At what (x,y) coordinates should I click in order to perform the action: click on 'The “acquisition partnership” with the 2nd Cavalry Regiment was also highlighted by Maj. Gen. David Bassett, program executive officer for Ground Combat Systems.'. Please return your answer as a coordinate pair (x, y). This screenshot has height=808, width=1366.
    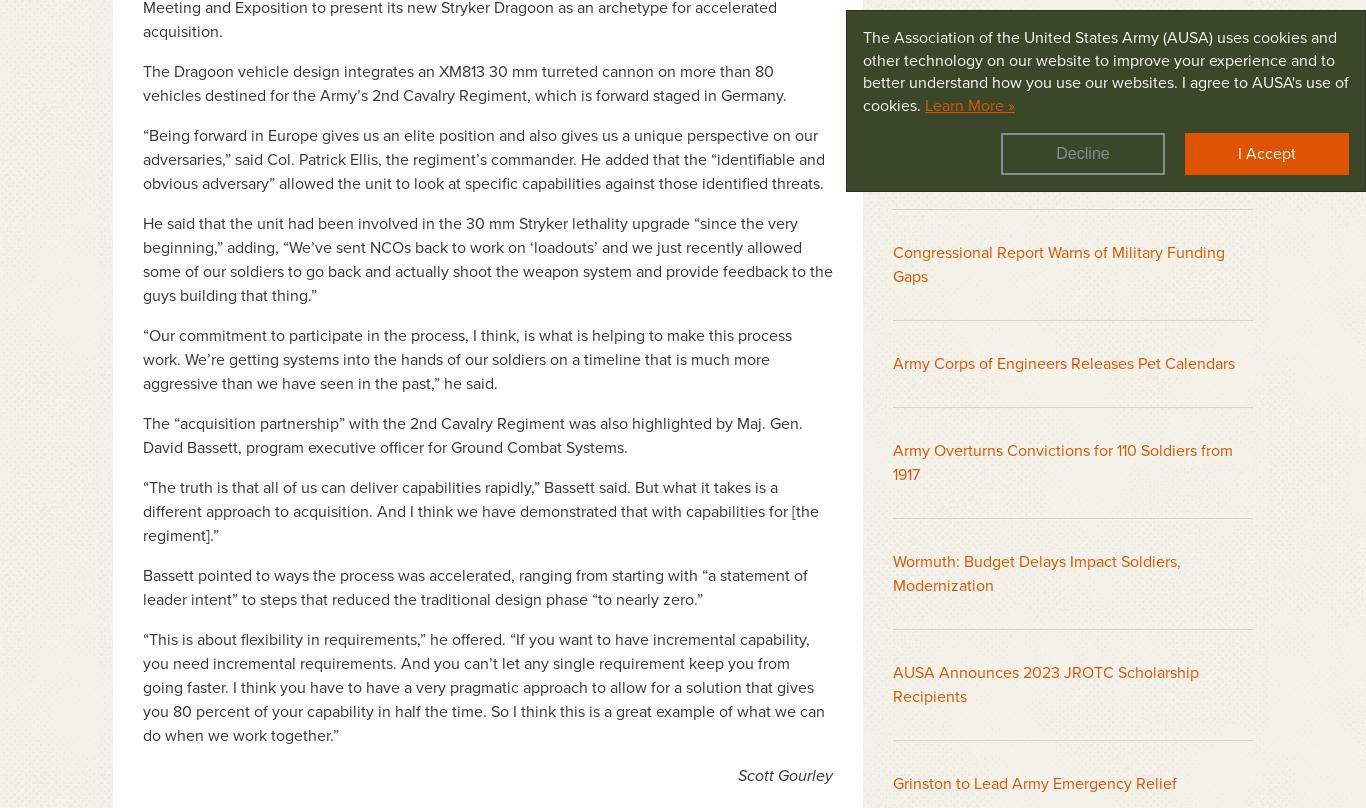
    Looking at the image, I should click on (473, 435).